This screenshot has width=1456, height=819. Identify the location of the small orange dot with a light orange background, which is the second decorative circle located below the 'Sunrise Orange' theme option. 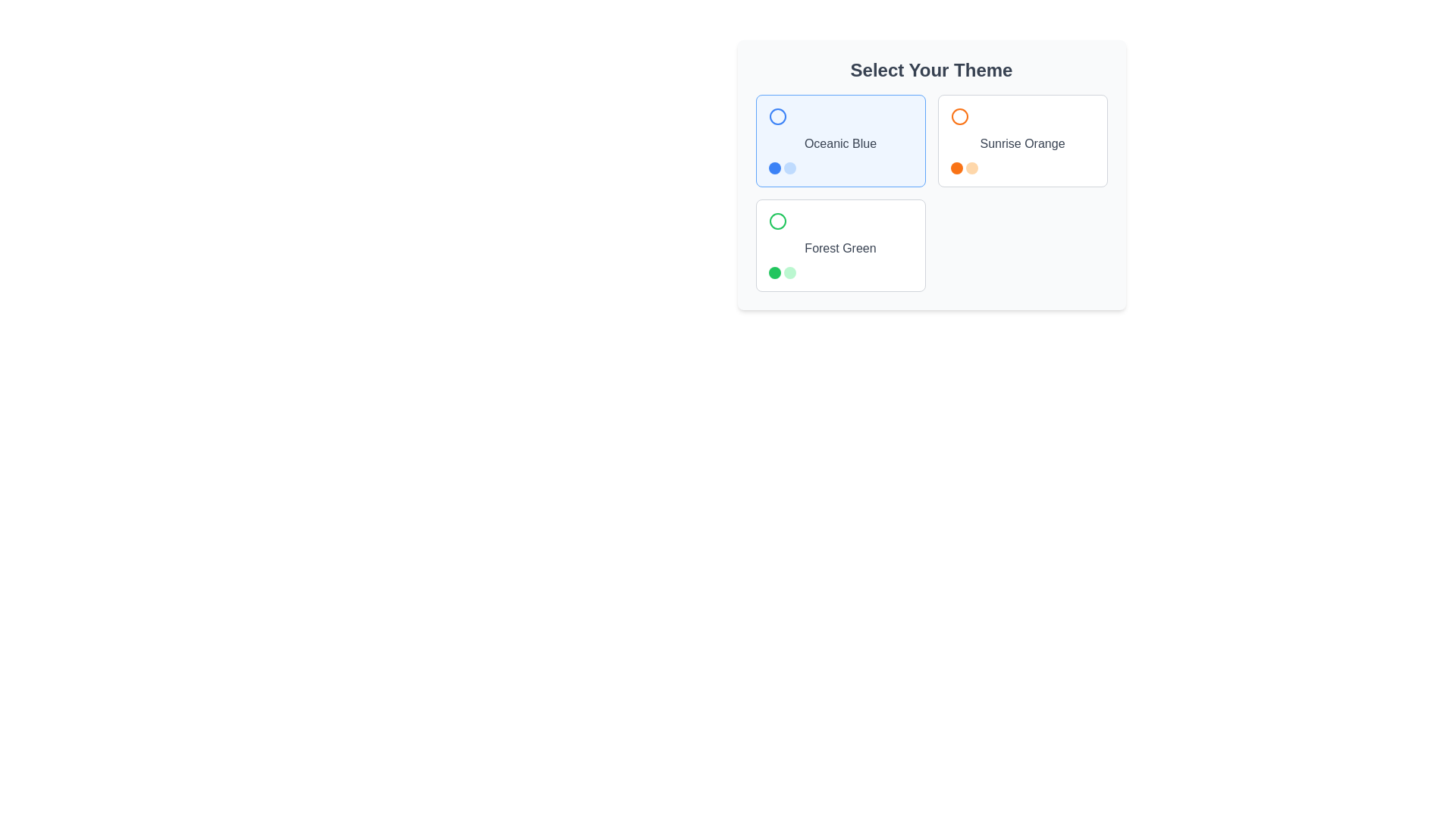
(971, 168).